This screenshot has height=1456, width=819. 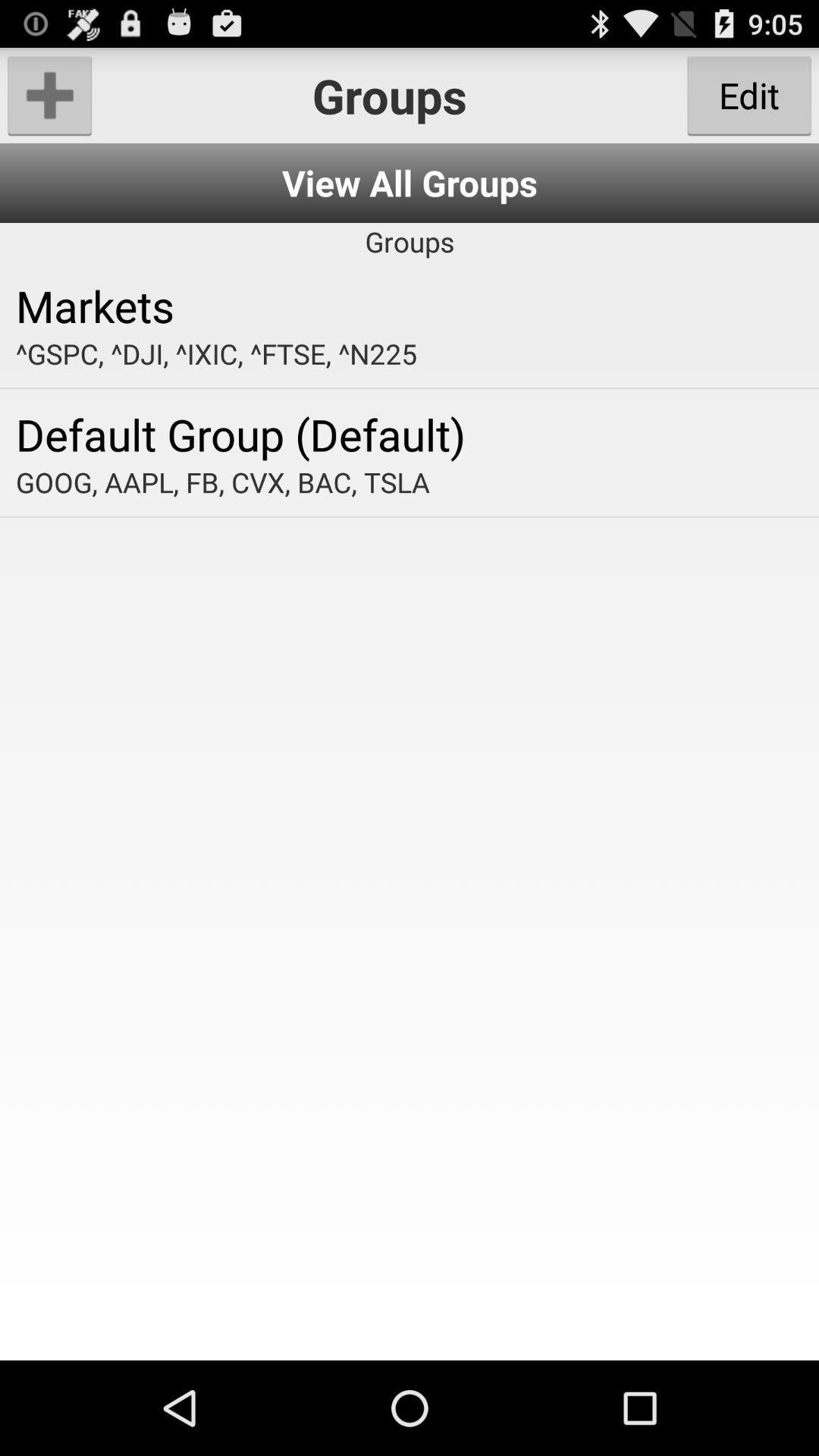 What do you see at coordinates (409, 433) in the screenshot?
I see `the default group (default) app` at bounding box center [409, 433].